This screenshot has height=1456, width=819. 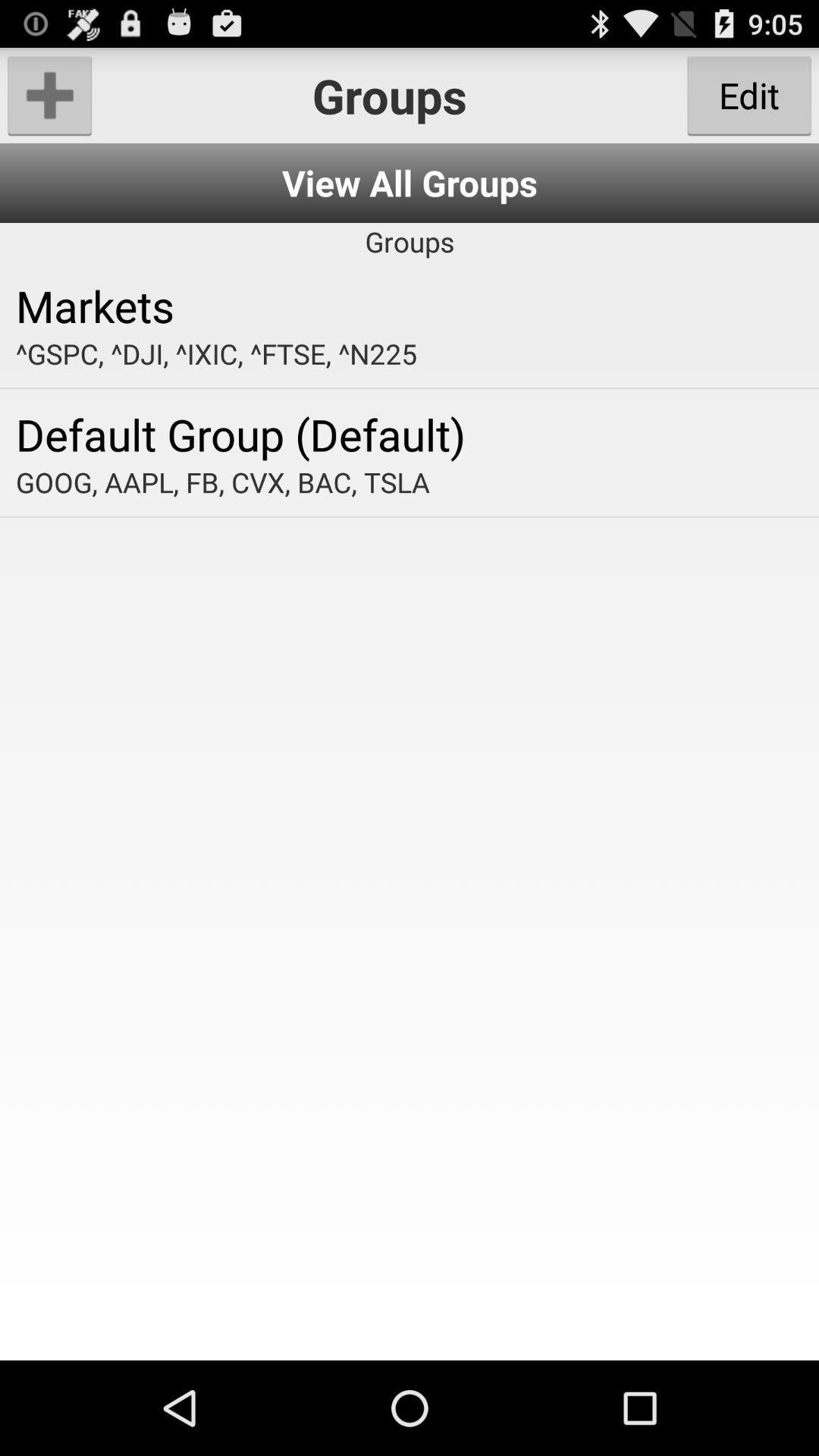 What do you see at coordinates (409, 433) in the screenshot?
I see `the default group (default) app` at bounding box center [409, 433].